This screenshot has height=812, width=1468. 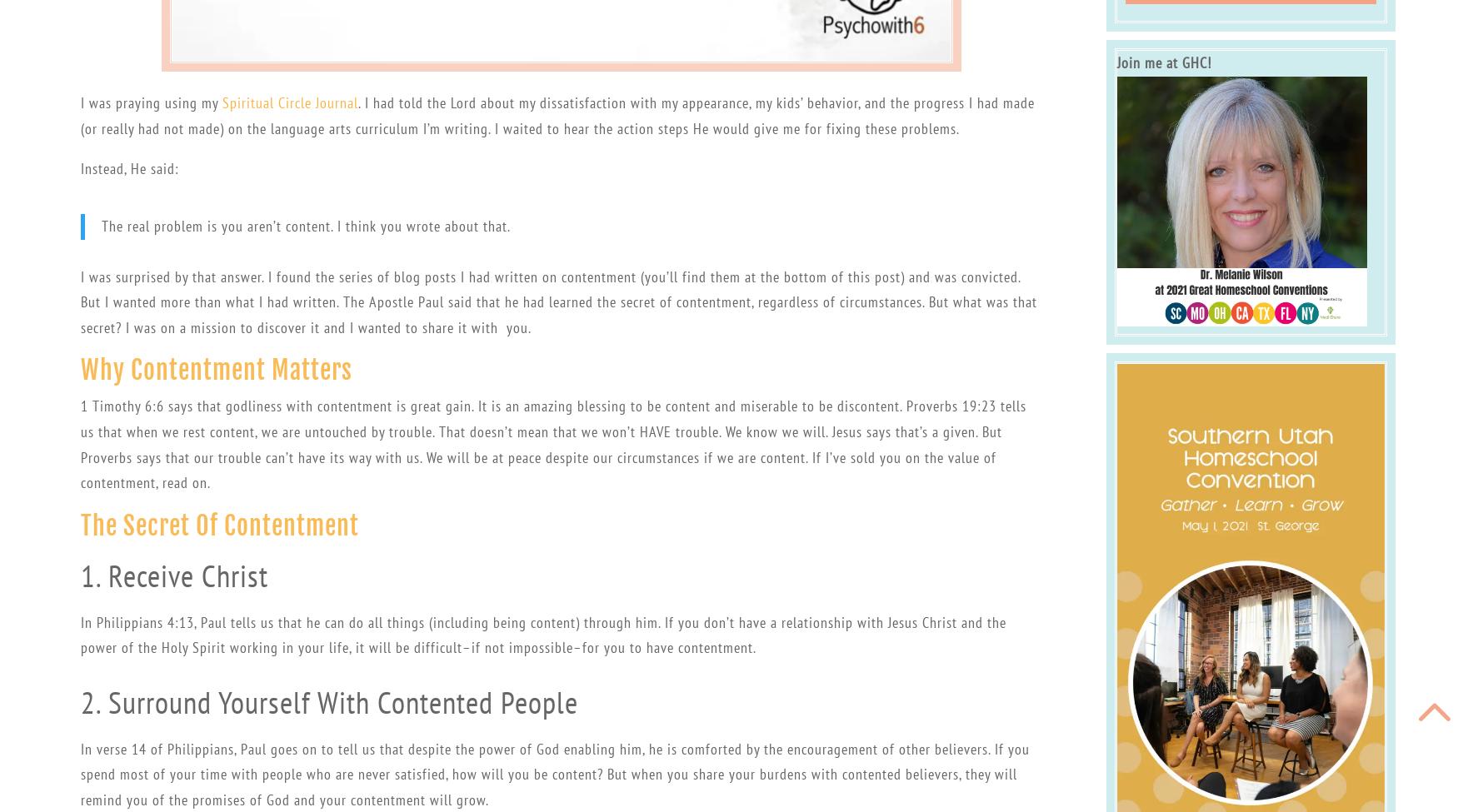 What do you see at coordinates (305, 225) in the screenshot?
I see `'The real problem is you aren’t content. I think you wrote about that.'` at bounding box center [305, 225].